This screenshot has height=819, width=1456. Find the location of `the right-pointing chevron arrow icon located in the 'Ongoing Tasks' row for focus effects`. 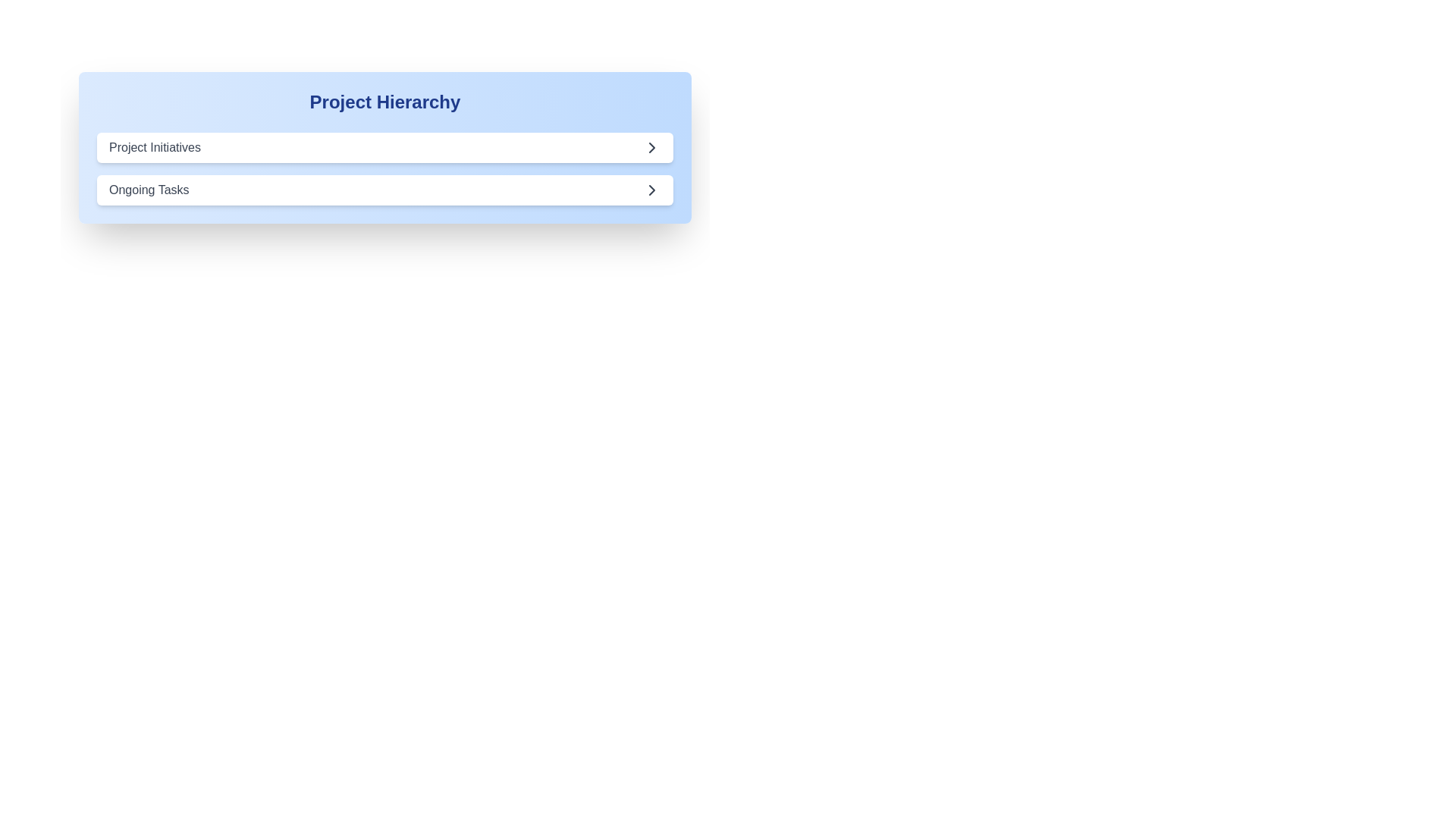

the right-pointing chevron arrow icon located in the 'Ongoing Tasks' row for focus effects is located at coordinates (651, 189).